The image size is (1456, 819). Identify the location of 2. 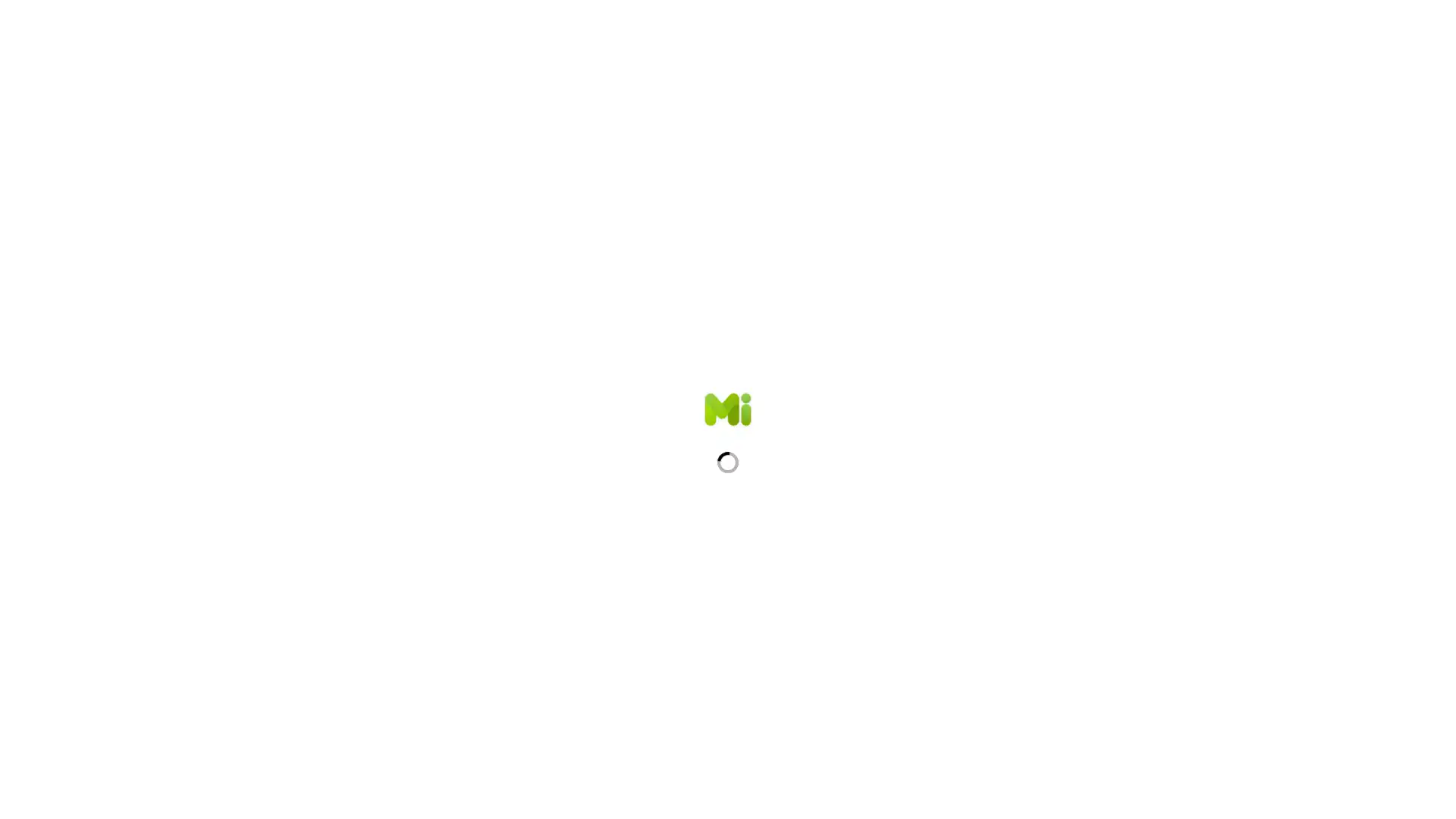
(476, 523).